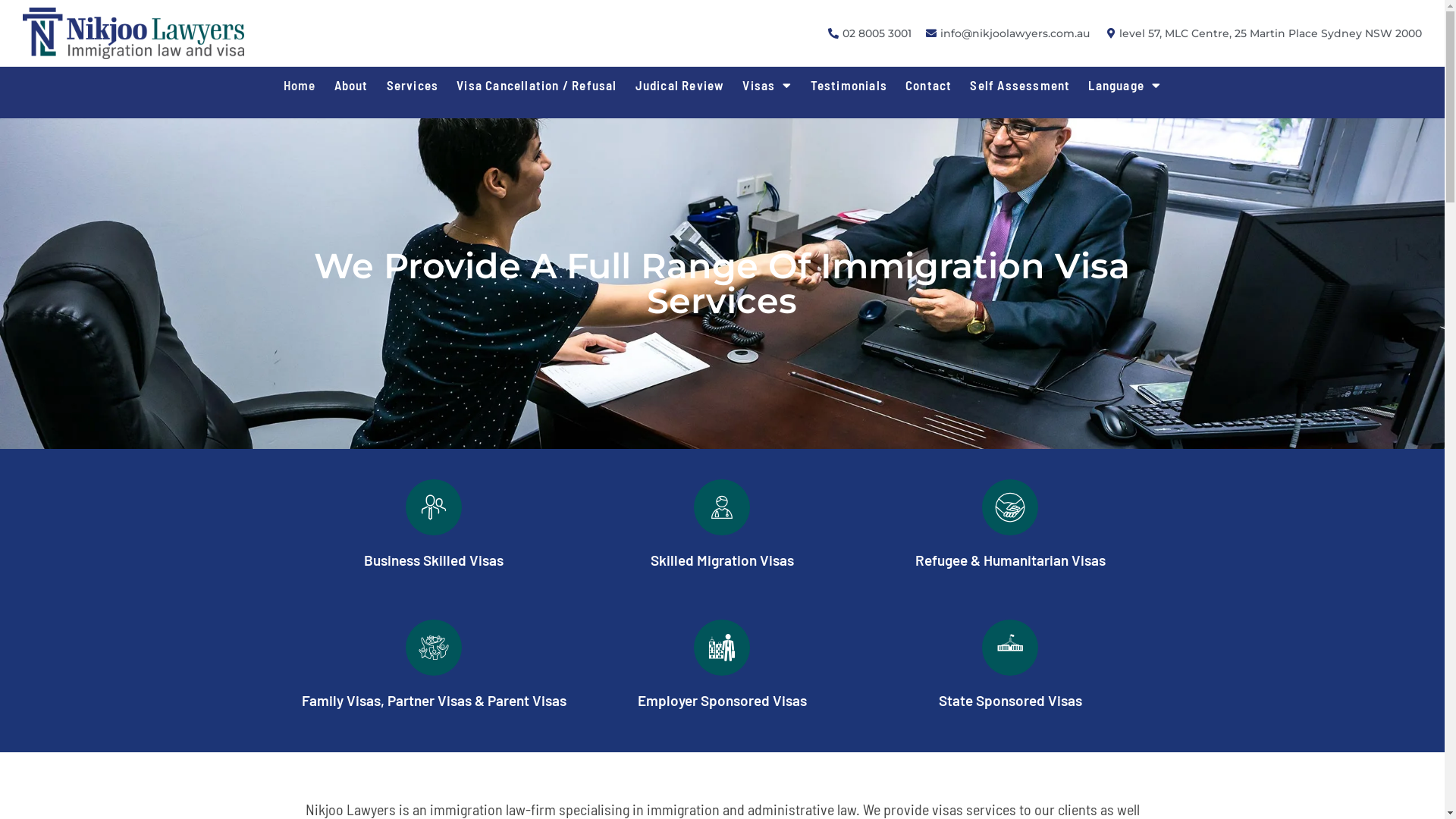 The image size is (1456, 819). What do you see at coordinates (447, 84) in the screenshot?
I see `'Visa Cancellation / Refusal'` at bounding box center [447, 84].